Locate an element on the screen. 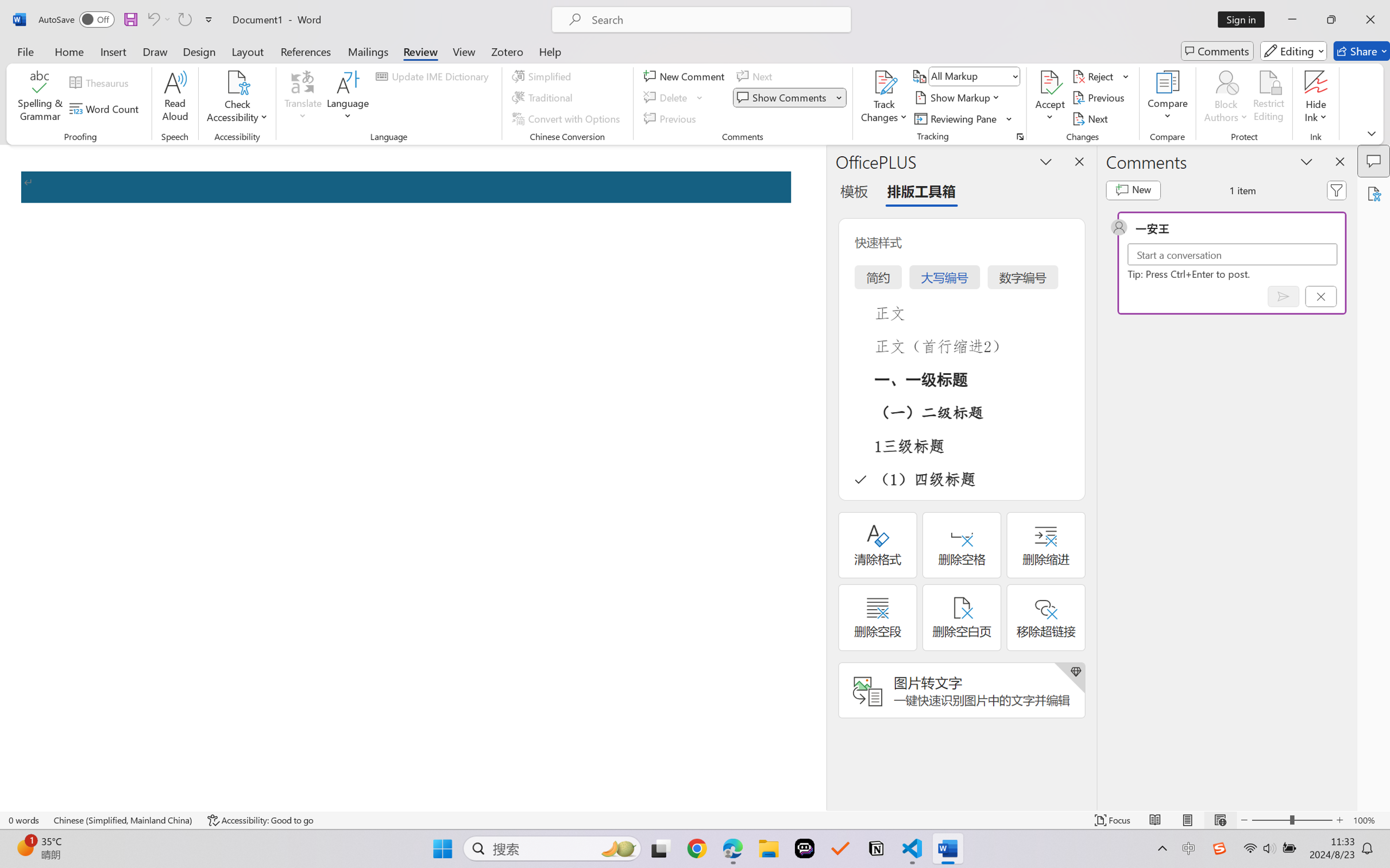 This screenshot has width=1390, height=868. 'Undo Apply Quick Style Set' is located at coordinates (152, 19).